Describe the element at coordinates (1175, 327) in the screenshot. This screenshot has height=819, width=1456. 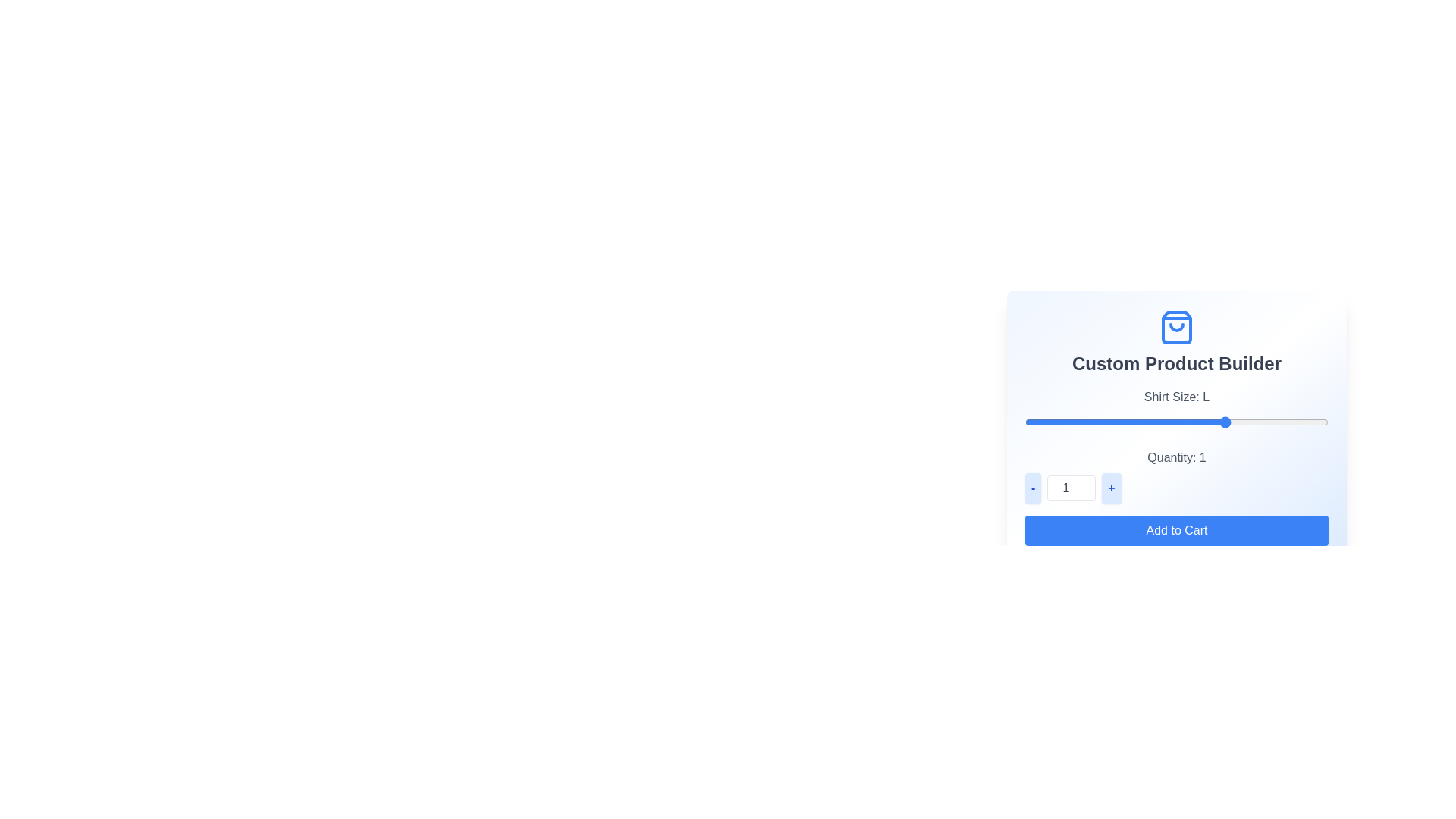
I see `the topmost visual part of the shopping bag icon within the SVG component, which is located above the 'Custom Product Builder' heading` at that location.